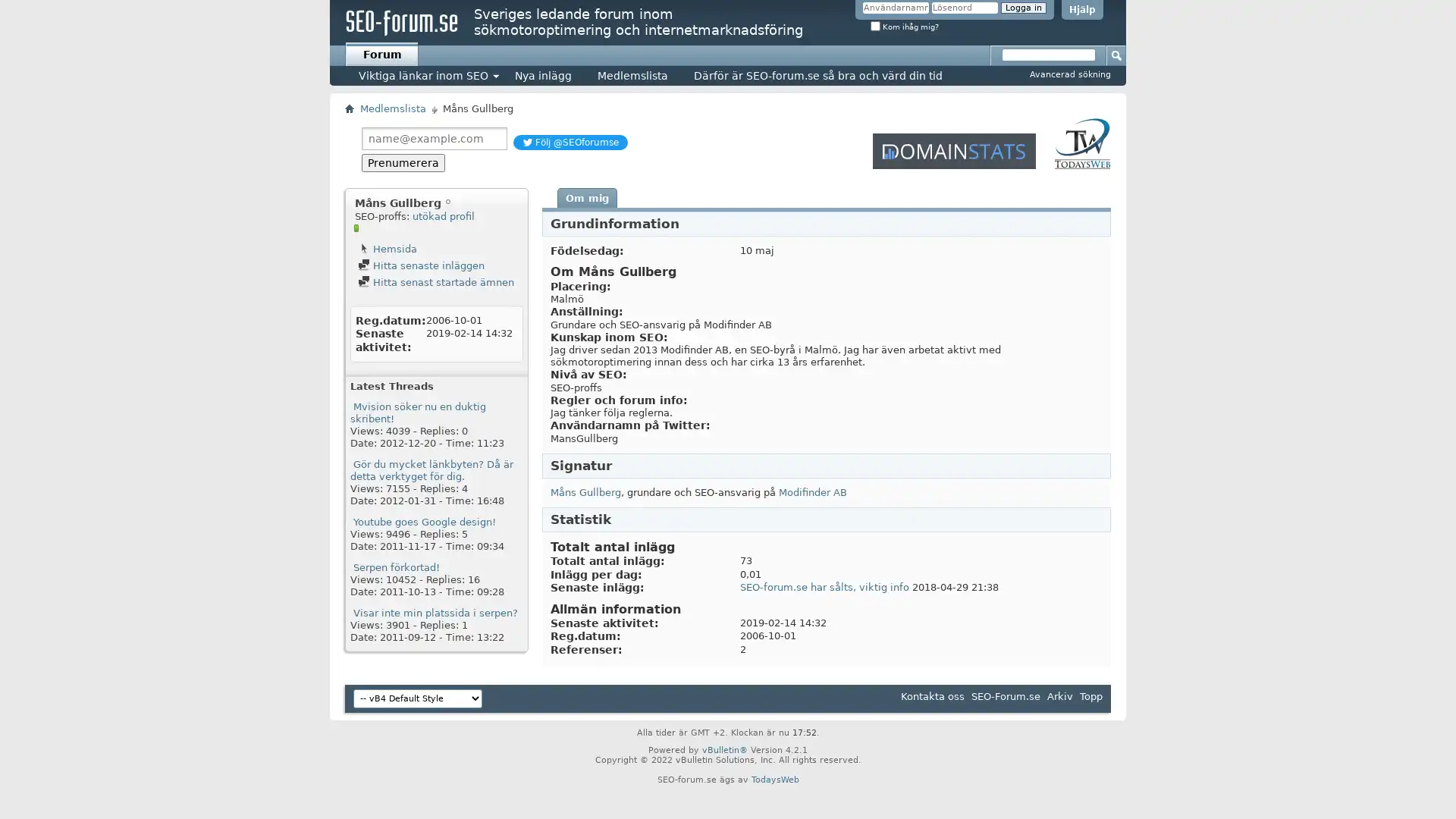 Image resolution: width=1456 pixels, height=819 pixels. I want to click on Submit, so click(1117, 54).